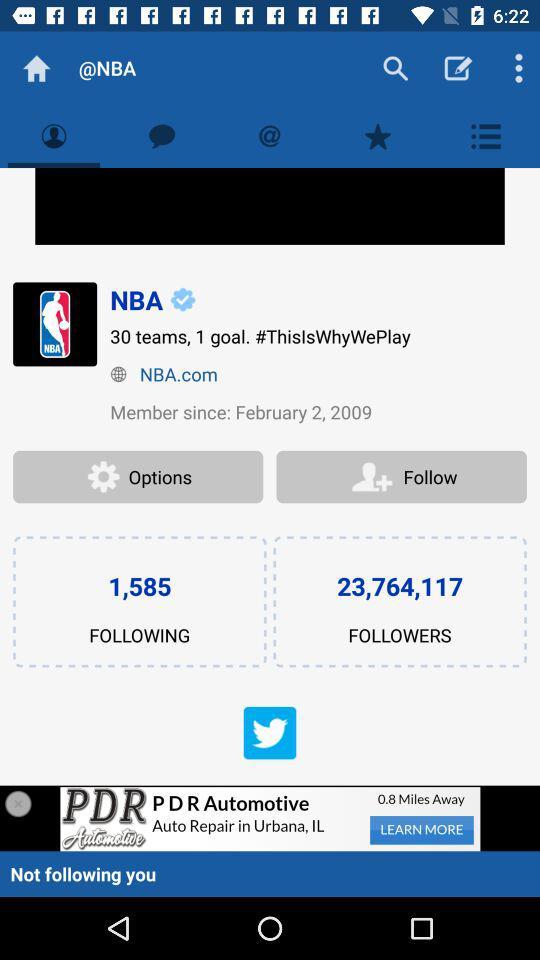  Describe the element at coordinates (458, 68) in the screenshot. I see `edit button which is in between search option and three dot menu` at that location.